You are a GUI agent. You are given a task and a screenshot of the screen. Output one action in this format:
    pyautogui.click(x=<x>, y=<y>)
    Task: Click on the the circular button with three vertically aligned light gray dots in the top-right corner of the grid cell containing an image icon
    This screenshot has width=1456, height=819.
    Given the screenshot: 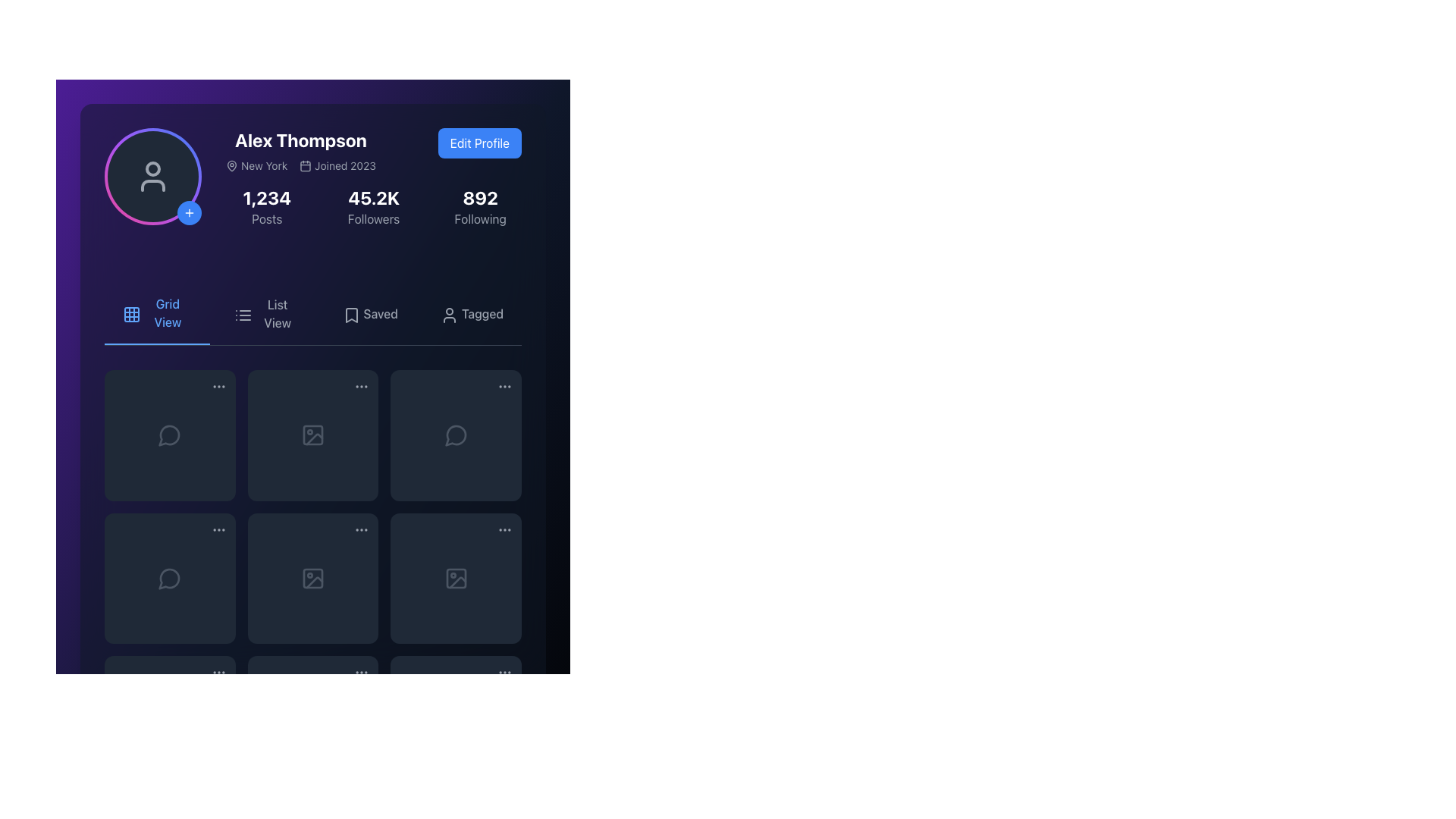 What is the action you would take?
    pyautogui.click(x=361, y=385)
    